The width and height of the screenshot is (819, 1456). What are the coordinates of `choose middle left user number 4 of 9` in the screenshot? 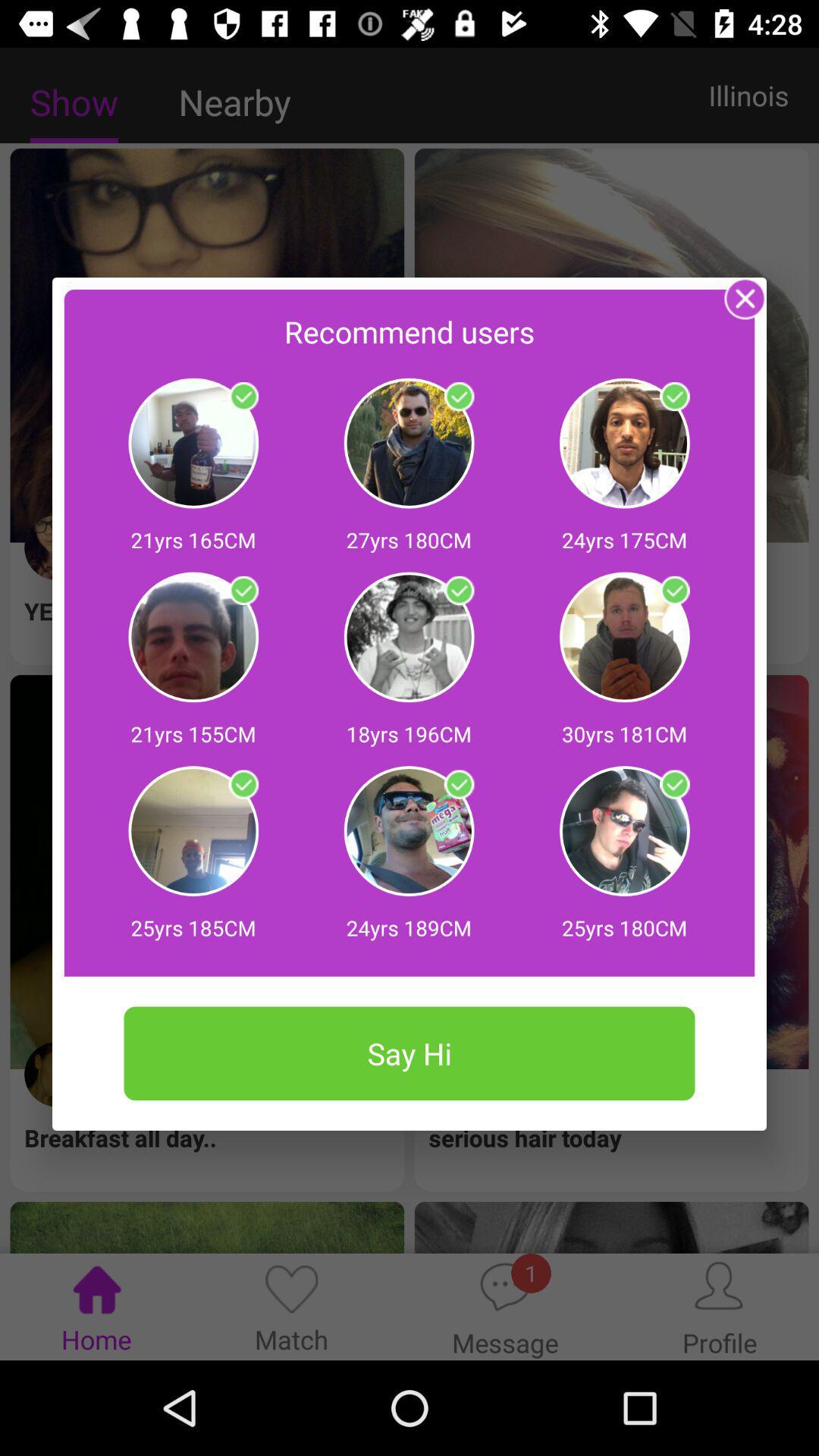 It's located at (243, 590).